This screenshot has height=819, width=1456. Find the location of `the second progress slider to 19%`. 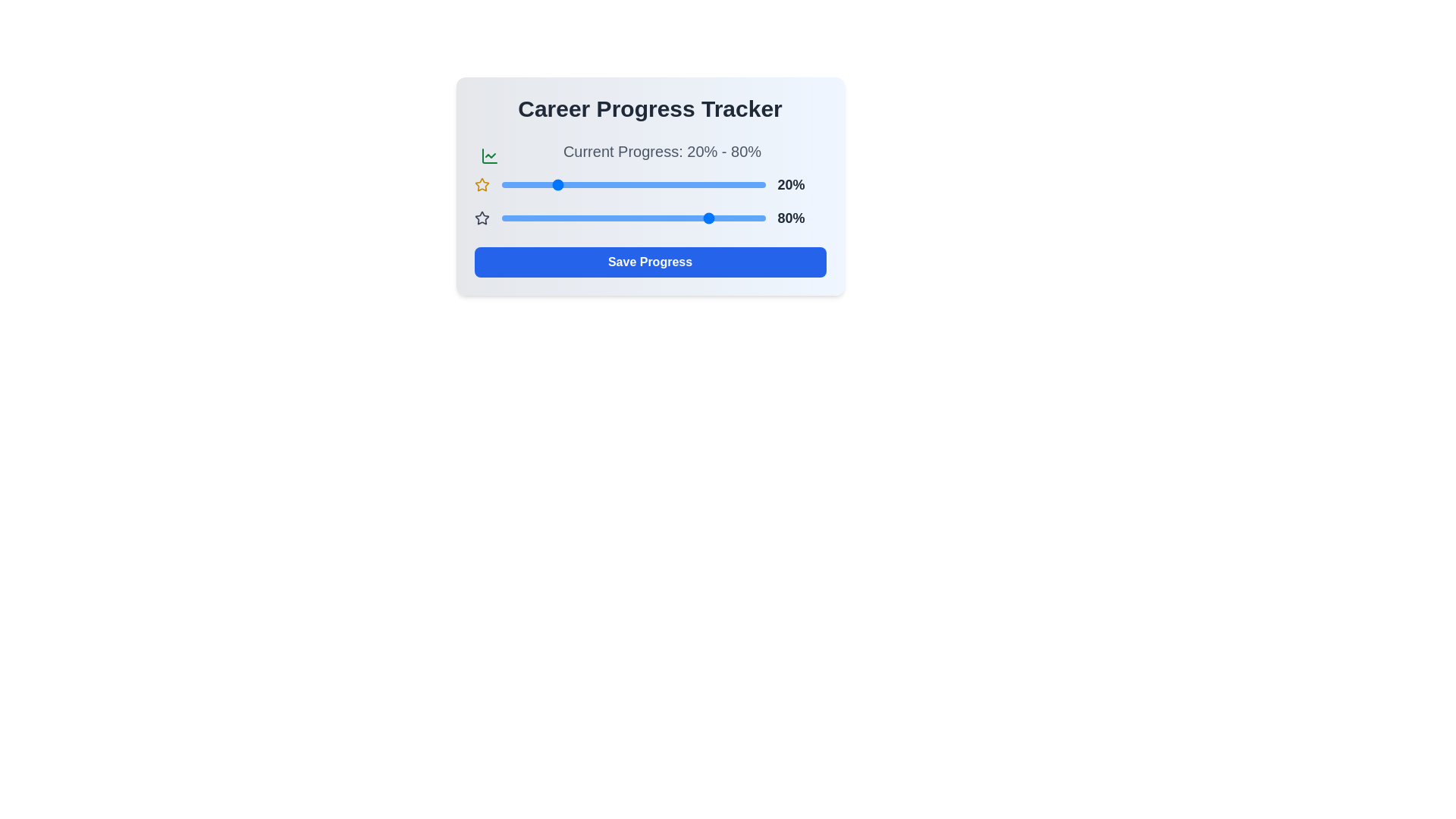

the second progress slider to 19% is located at coordinates (551, 218).